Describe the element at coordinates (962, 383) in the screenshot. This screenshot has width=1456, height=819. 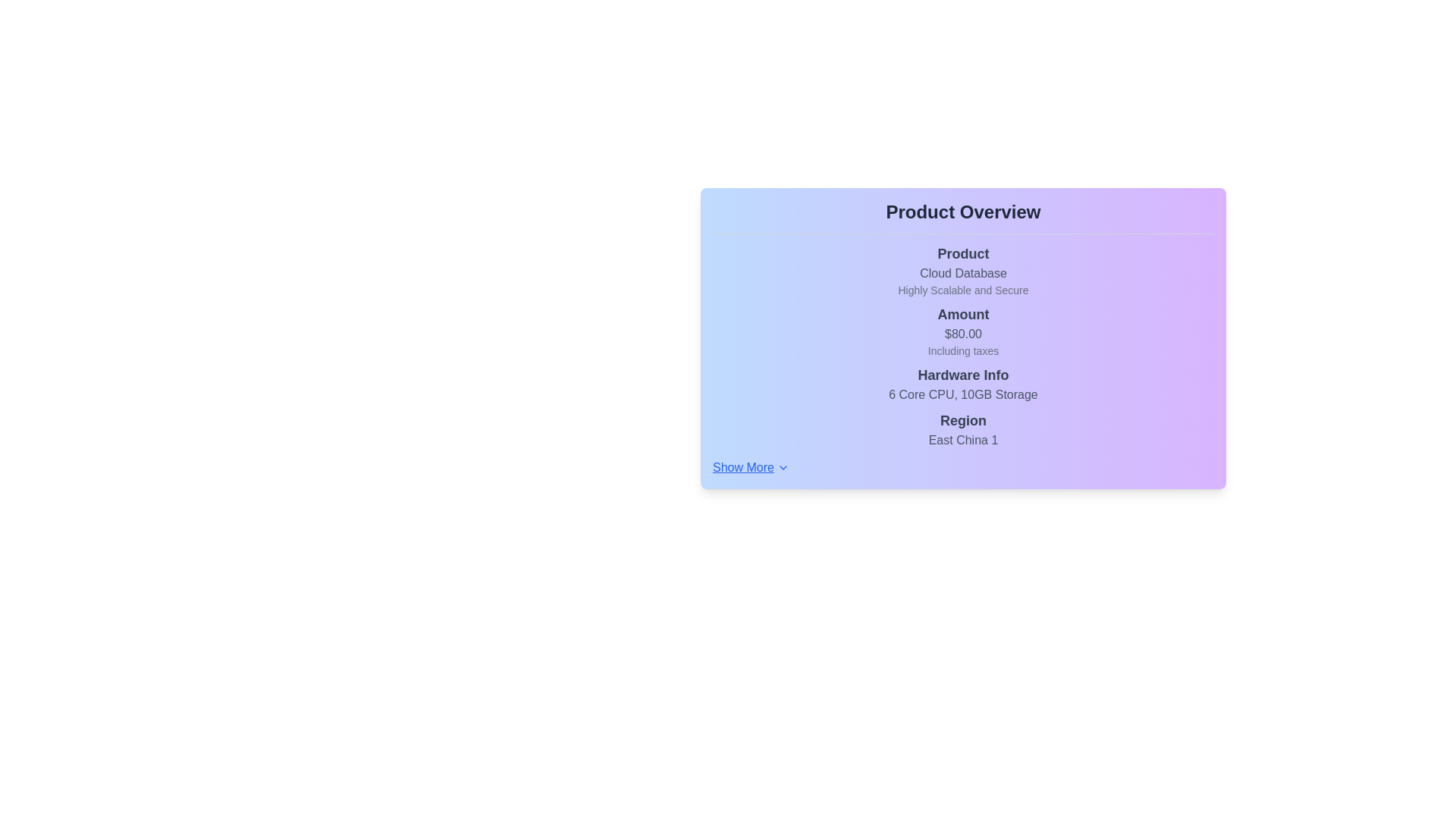
I see `descriptive text in the 'Product Overview' card located below the 'Amount' section and above the 'Region' section` at that location.